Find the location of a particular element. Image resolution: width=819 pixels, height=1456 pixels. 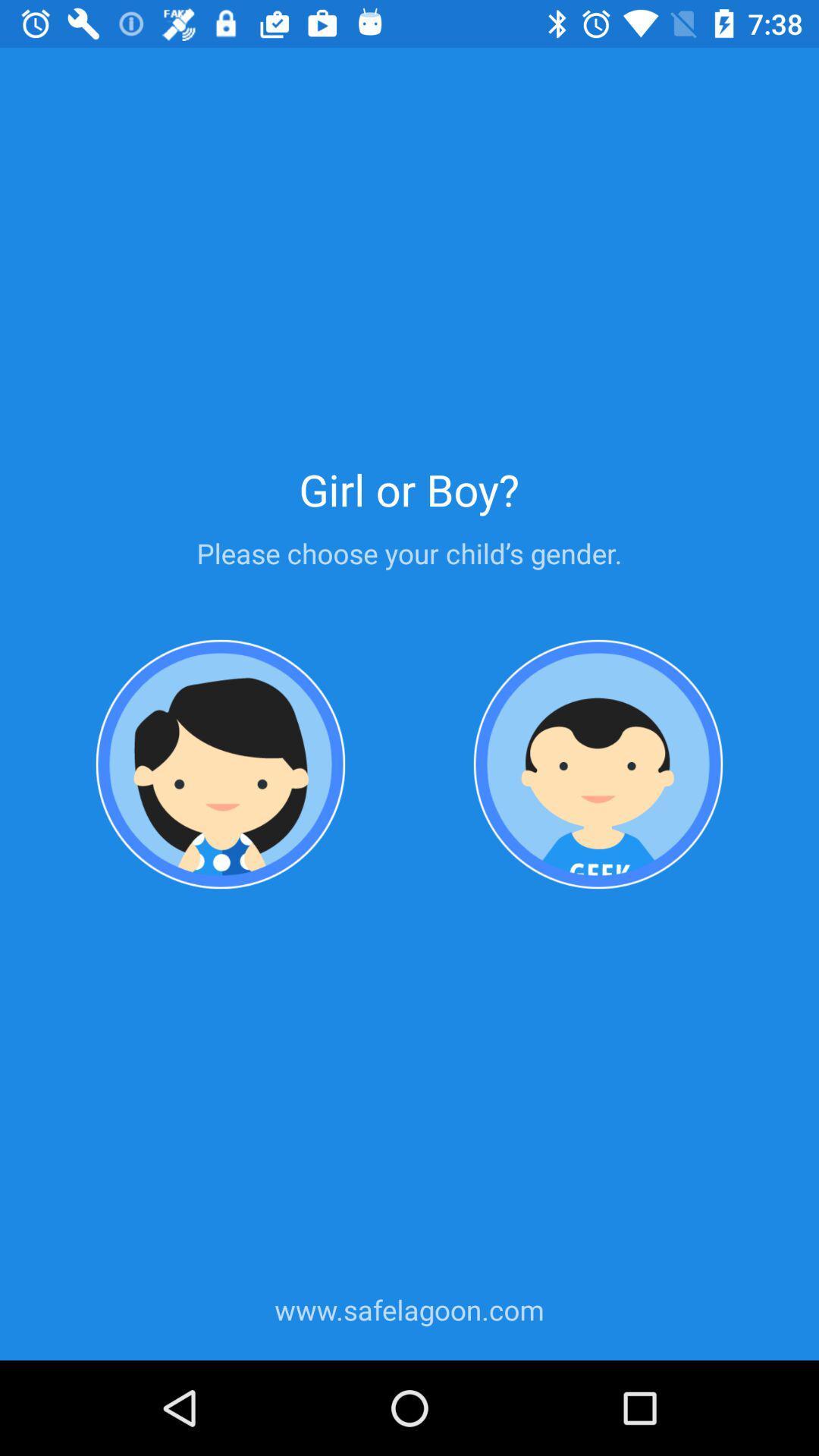

choose boy for prompt is located at coordinates (598, 765).